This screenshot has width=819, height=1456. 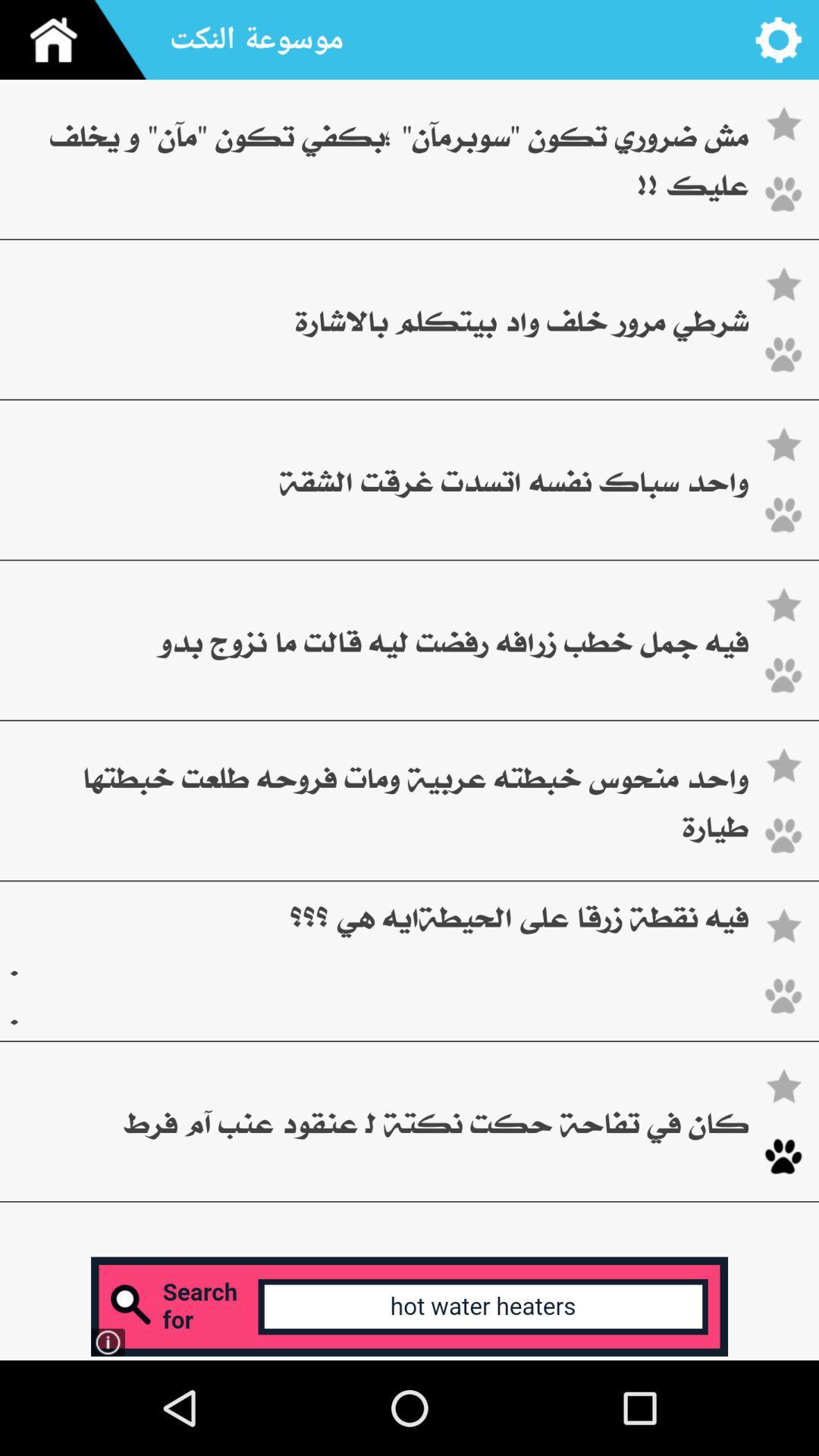 I want to click on house, so click(x=79, y=39).